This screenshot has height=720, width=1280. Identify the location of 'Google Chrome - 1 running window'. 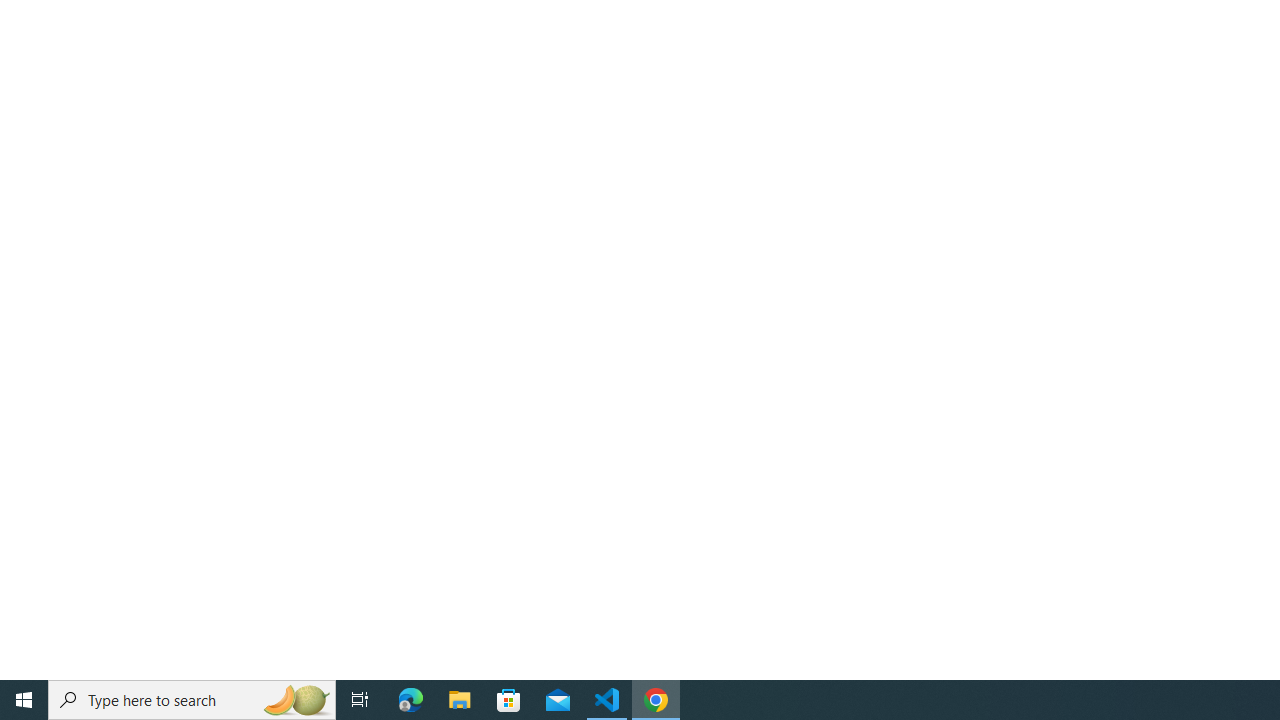
(656, 698).